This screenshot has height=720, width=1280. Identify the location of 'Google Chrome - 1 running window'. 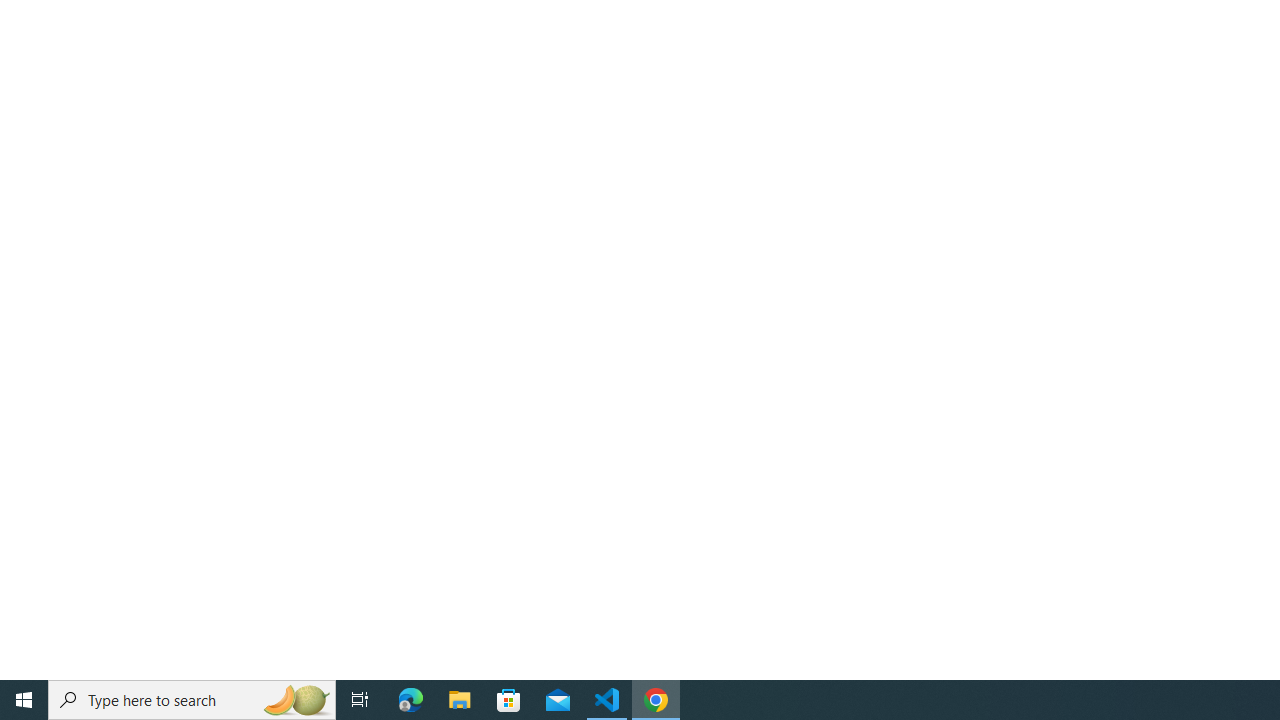
(656, 698).